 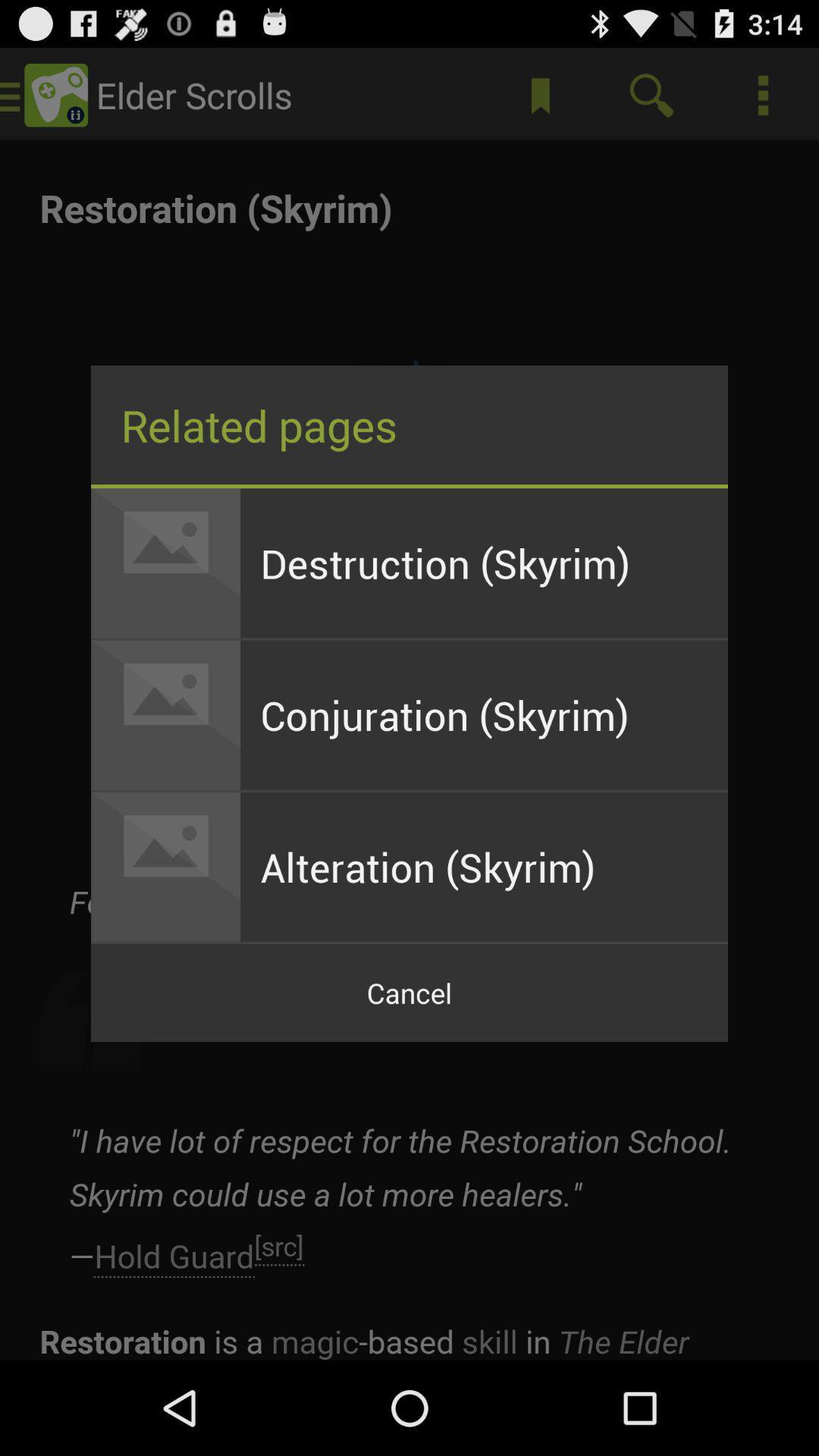 I want to click on the destruction (skyrim) icon, so click(x=484, y=562).